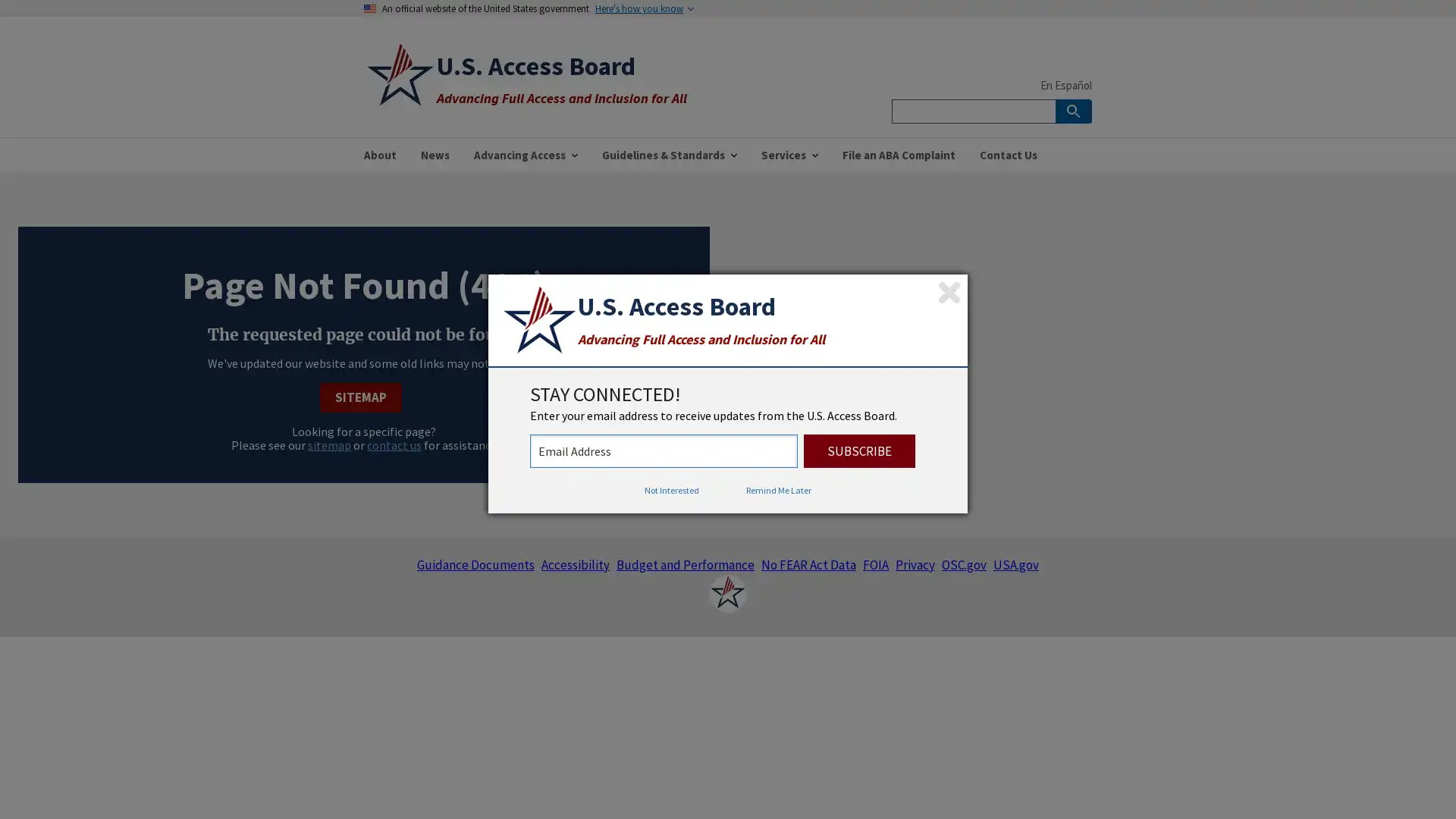  I want to click on SITEMAP, so click(359, 396).